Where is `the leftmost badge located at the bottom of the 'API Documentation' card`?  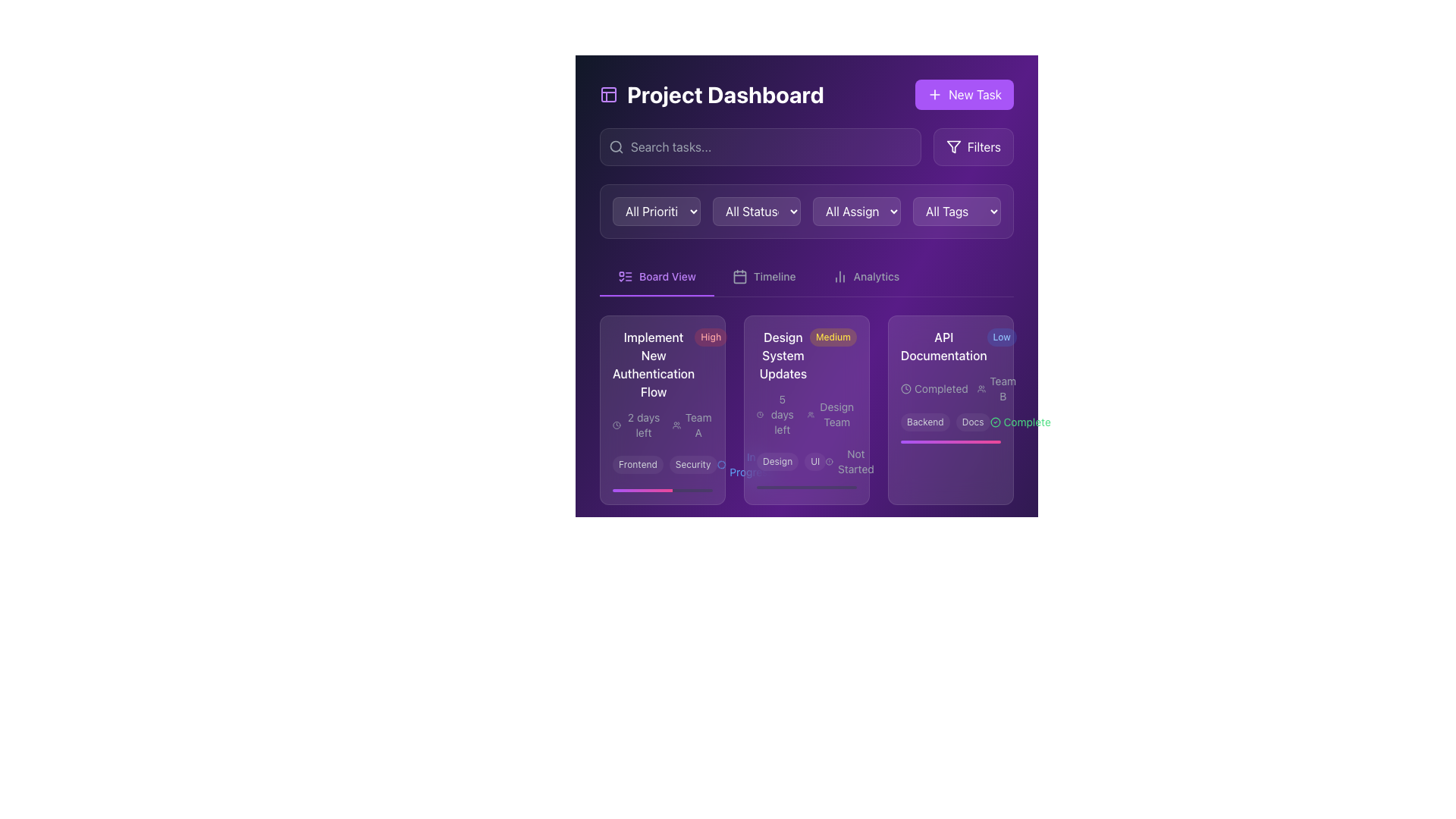 the leftmost badge located at the bottom of the 'API Documentation' card is located at coordinates (924, 651).